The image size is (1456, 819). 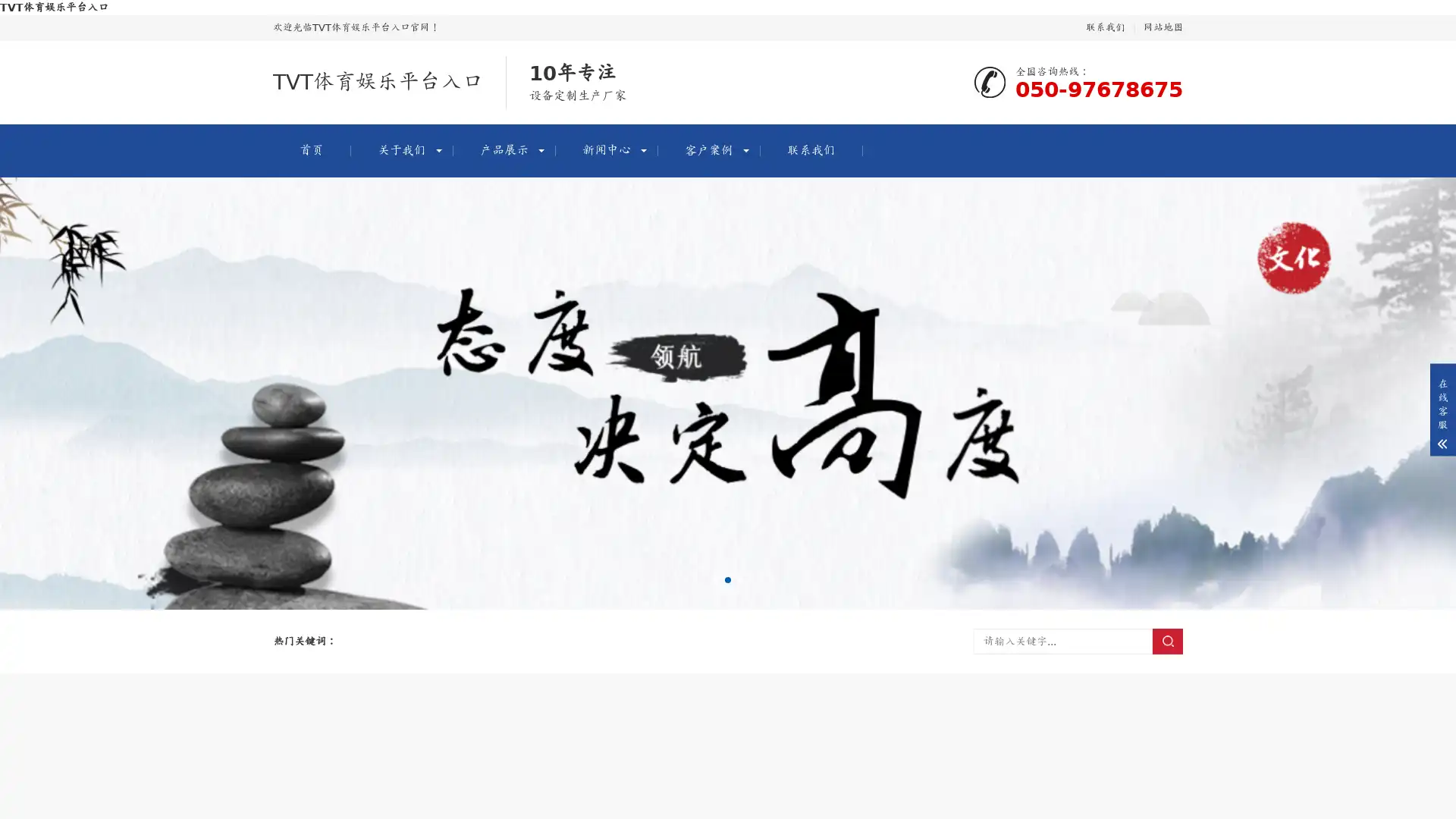 What do you see at coordinates (728, 579) in the screenshot?
I see `Go to slide 2` at bounding box center [728, 579].